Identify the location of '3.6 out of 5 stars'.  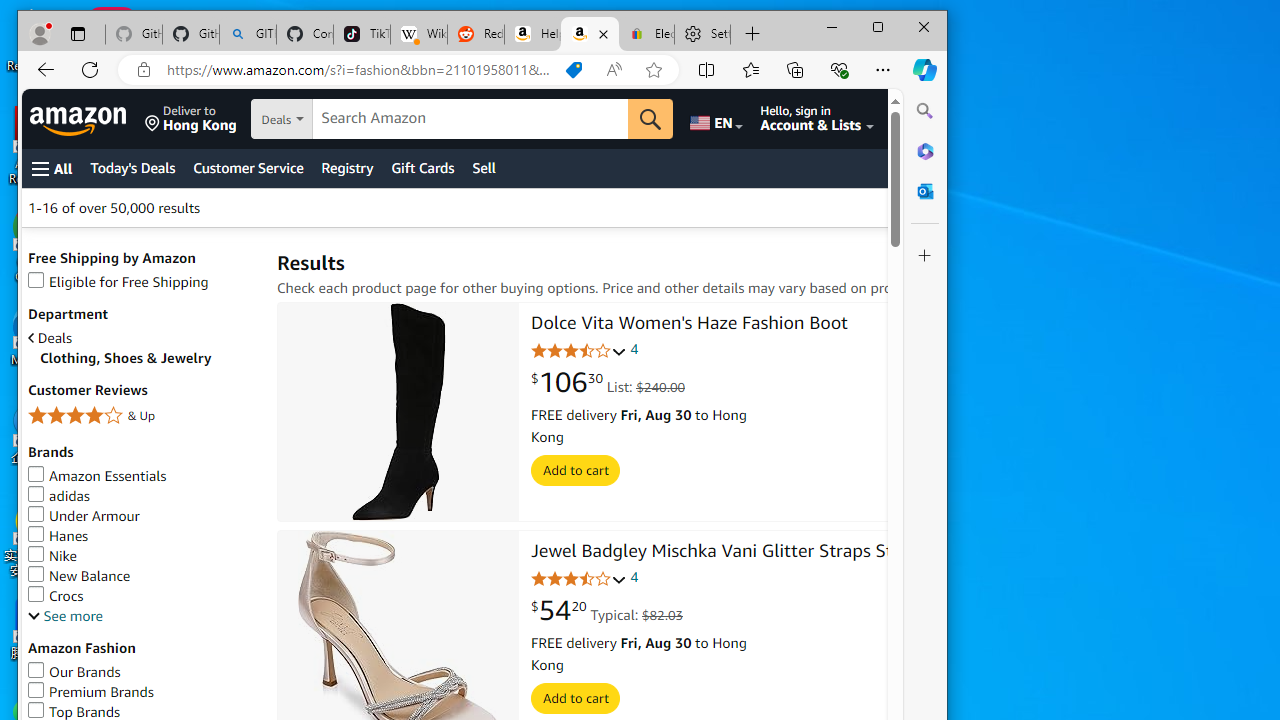
(578, 579).